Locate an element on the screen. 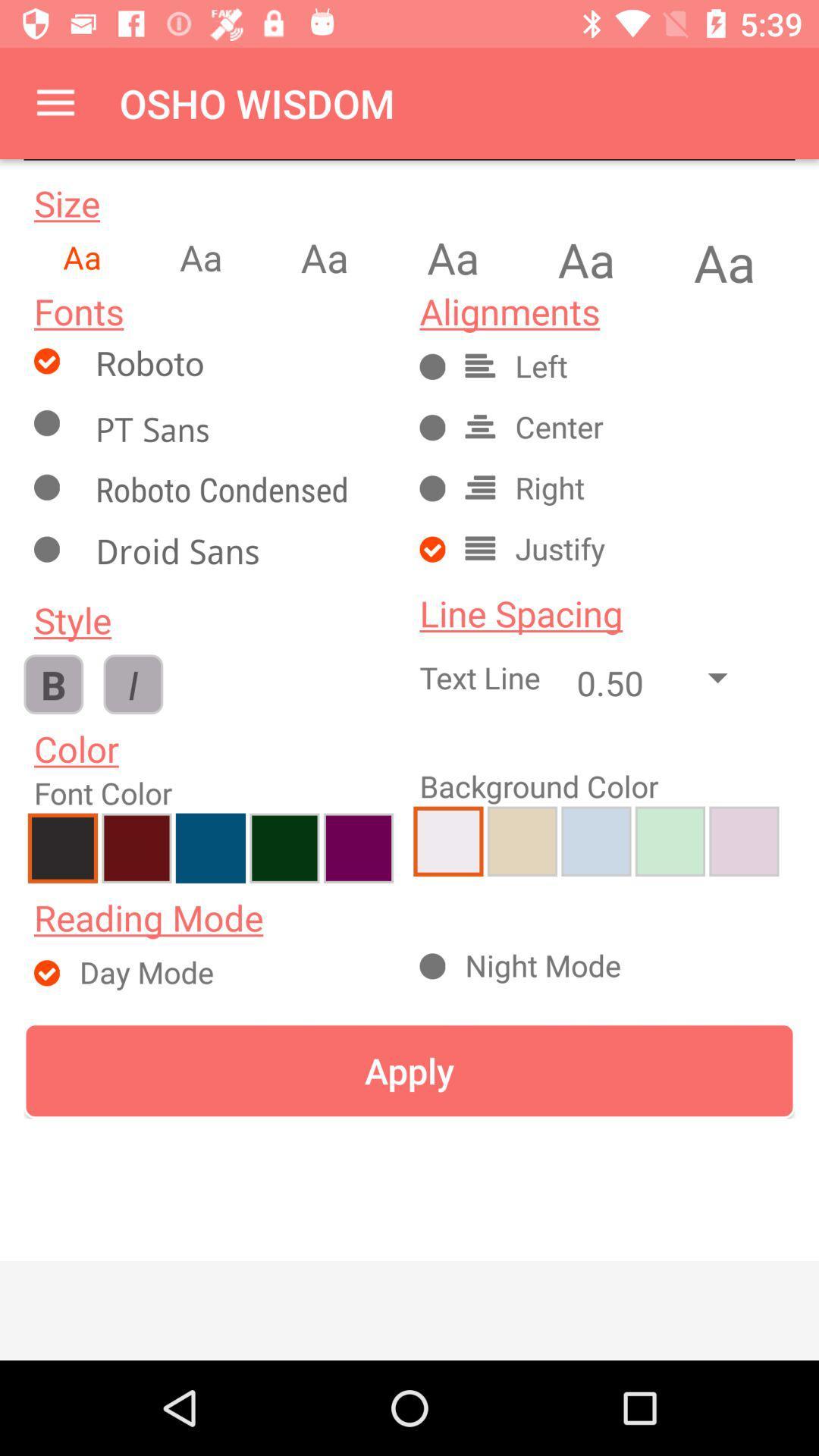  change font to roboto condensed is located at coordinates (239, 492).